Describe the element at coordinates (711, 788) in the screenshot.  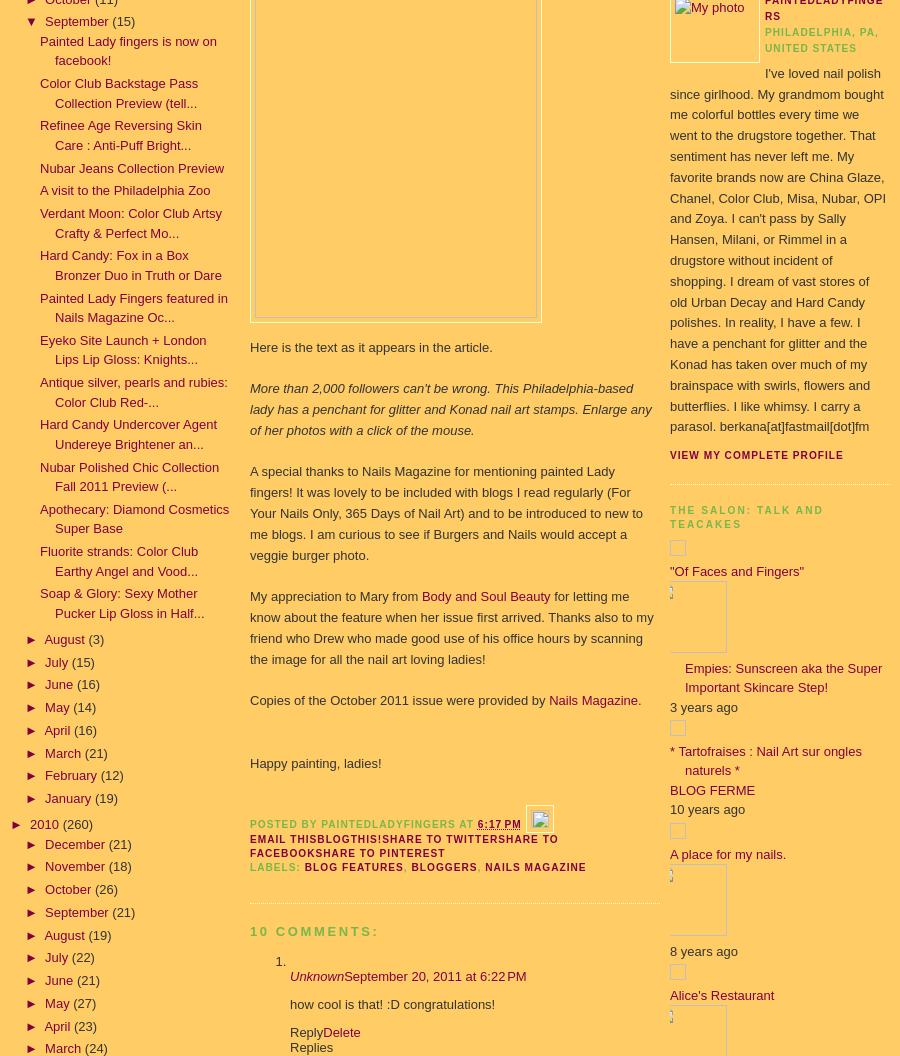
I see `'BLOG FERME'` at that location.